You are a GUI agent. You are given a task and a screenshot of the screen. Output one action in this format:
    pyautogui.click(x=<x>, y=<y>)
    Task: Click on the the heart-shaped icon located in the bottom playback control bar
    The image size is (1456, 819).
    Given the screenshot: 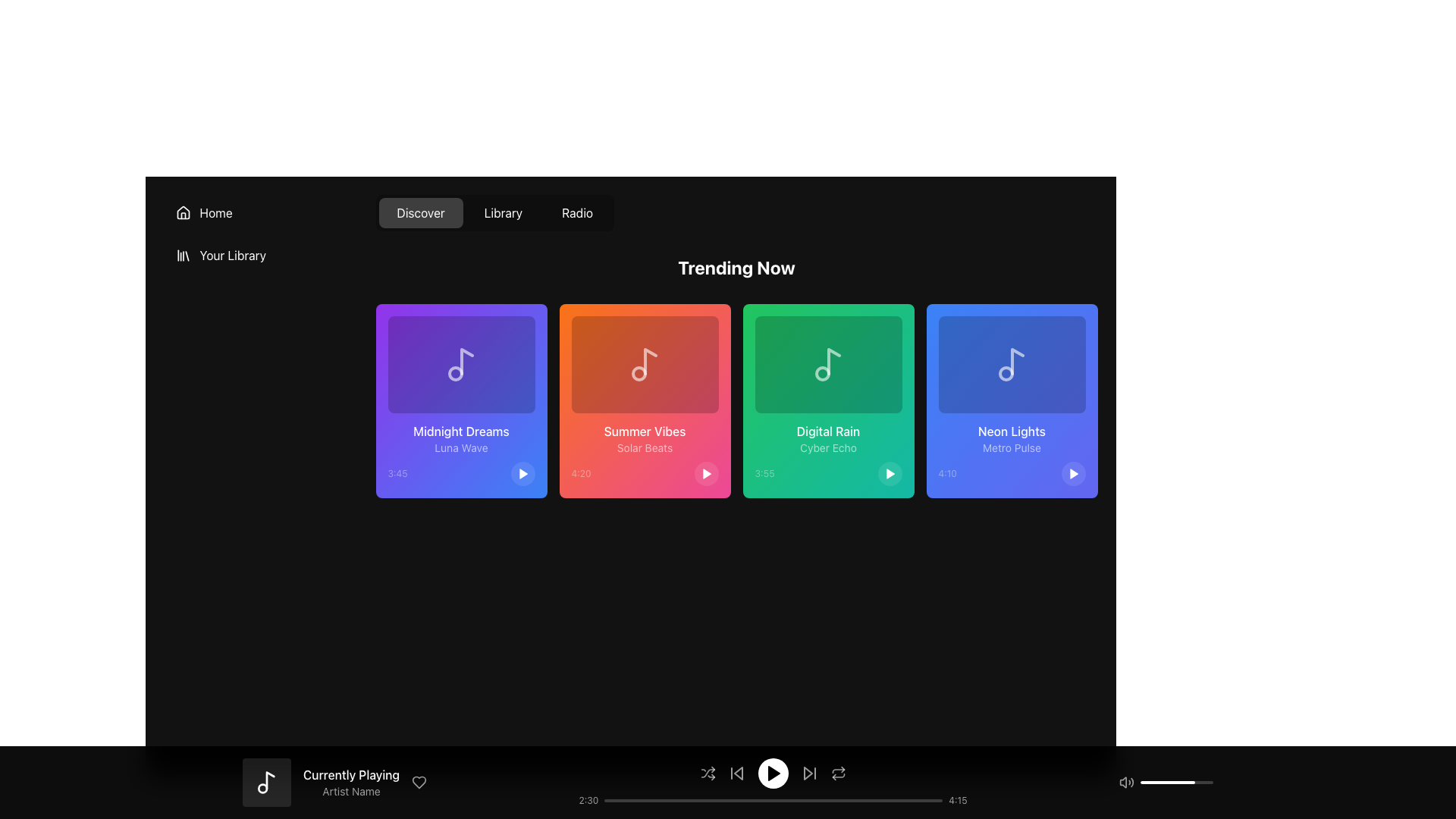 What is the action you would take?
    pyautogui.click(x=419, y=783)
    